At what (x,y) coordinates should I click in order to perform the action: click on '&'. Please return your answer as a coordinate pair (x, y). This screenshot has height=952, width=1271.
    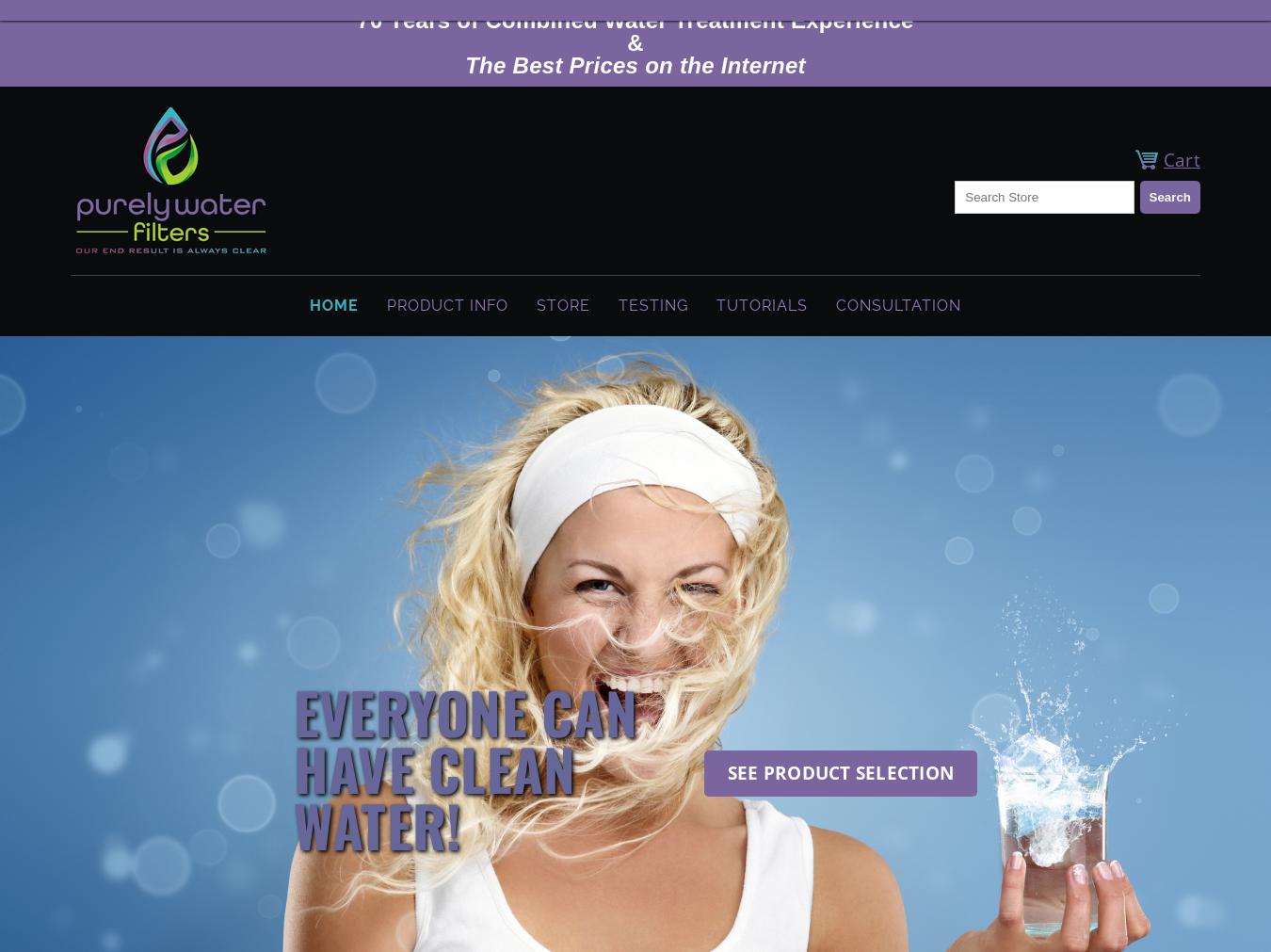
    Looking at the image, I should click on (635, 41).